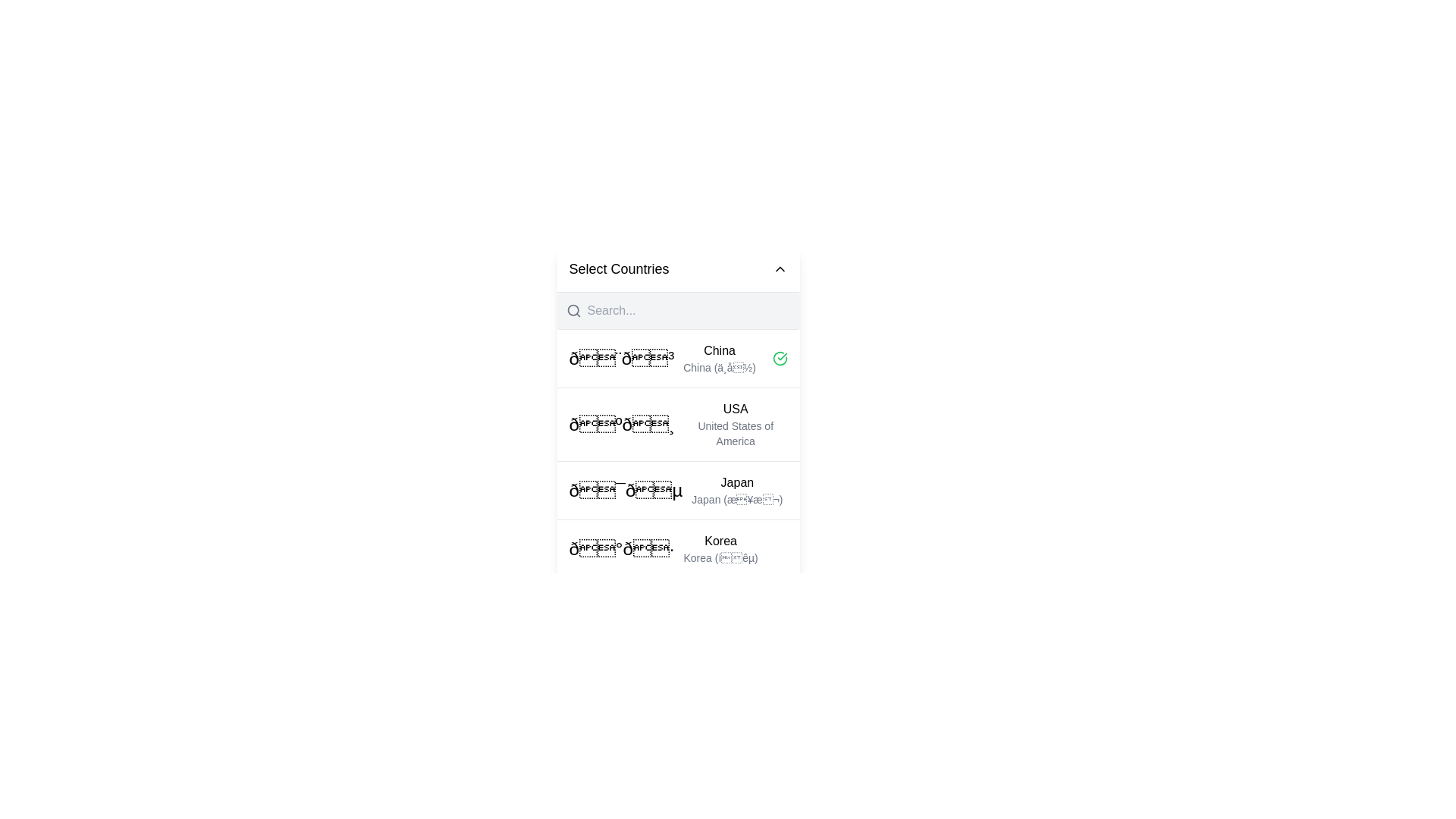  I want to click on the second item in the selection list representing 'USA', so click(677, 453).